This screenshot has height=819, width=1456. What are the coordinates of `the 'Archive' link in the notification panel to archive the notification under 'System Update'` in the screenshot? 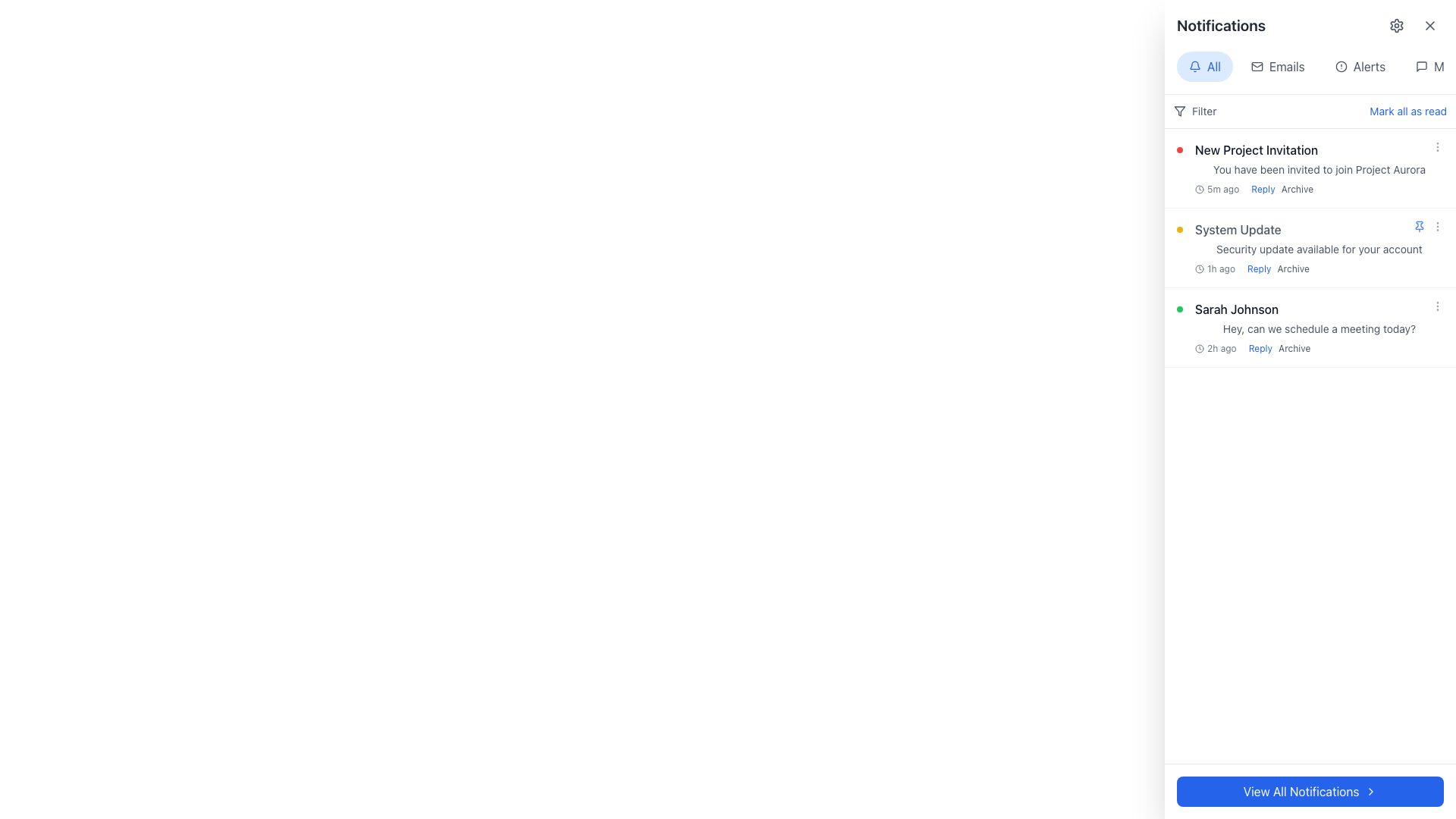 It's located at (1277, 268).